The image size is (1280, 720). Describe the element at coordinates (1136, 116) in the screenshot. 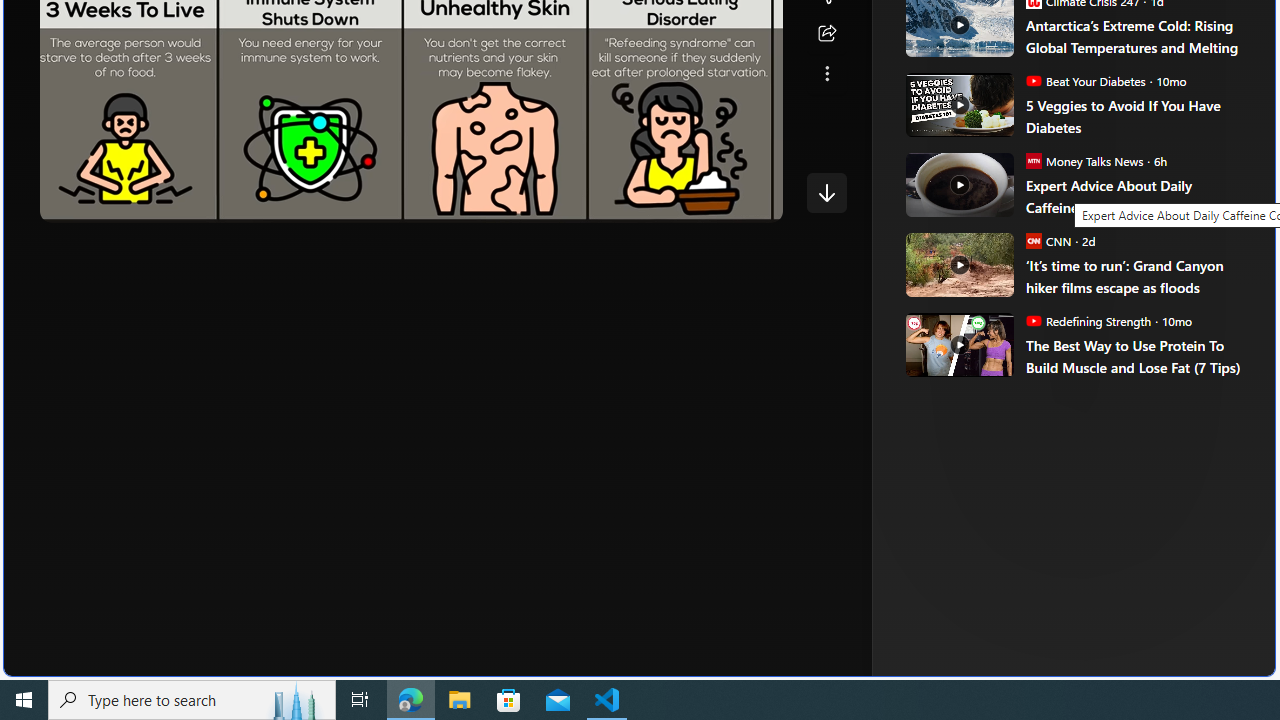

I see `'5 Veggies to Avoid If You Have Diabetes'` at that location.